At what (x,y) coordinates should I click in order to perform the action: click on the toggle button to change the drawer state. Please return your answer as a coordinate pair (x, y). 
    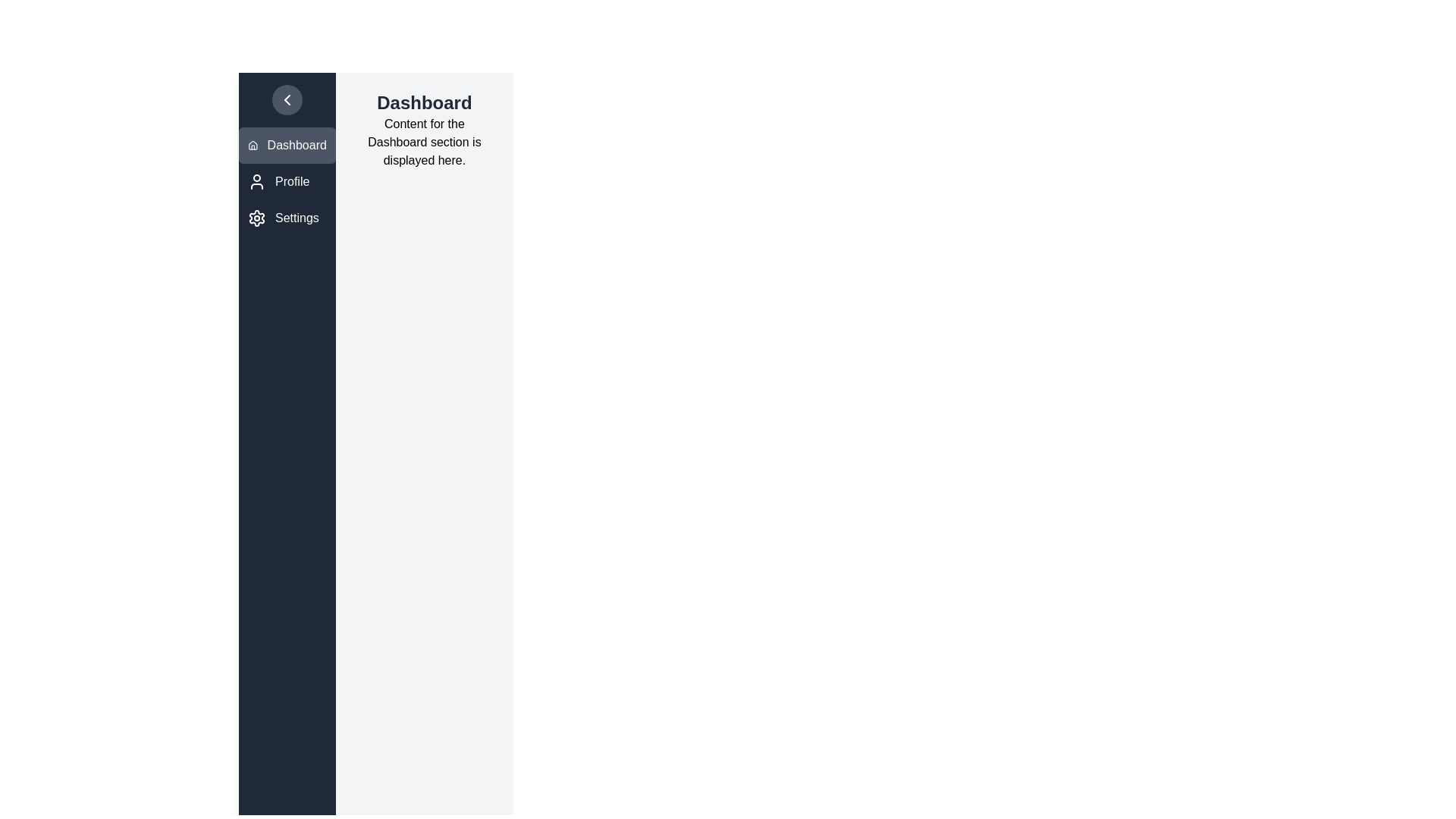
    Looking at the image, I should click on (287, 99).